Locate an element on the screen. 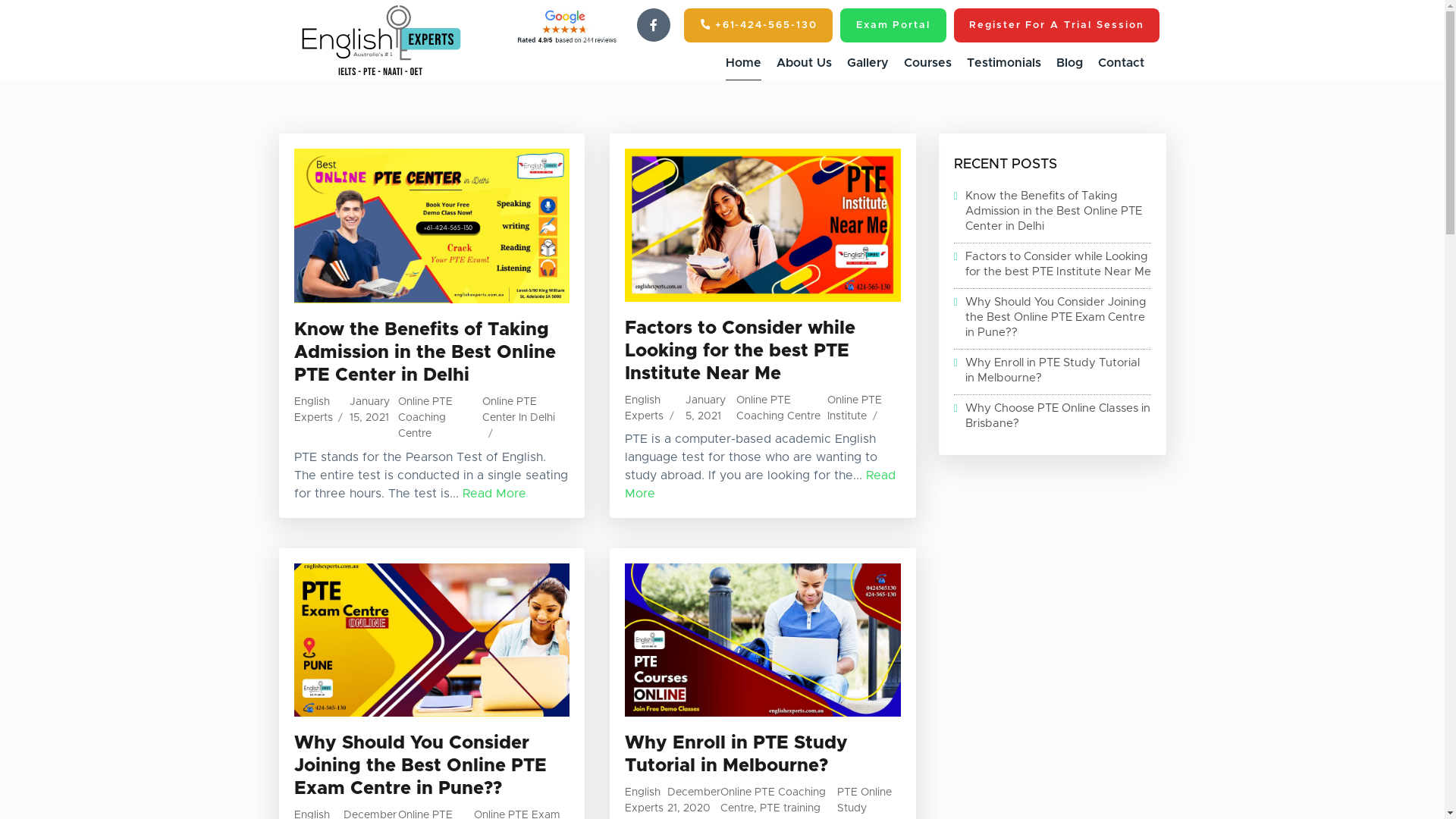  'Blog' is located at coordinates (1068, 62).